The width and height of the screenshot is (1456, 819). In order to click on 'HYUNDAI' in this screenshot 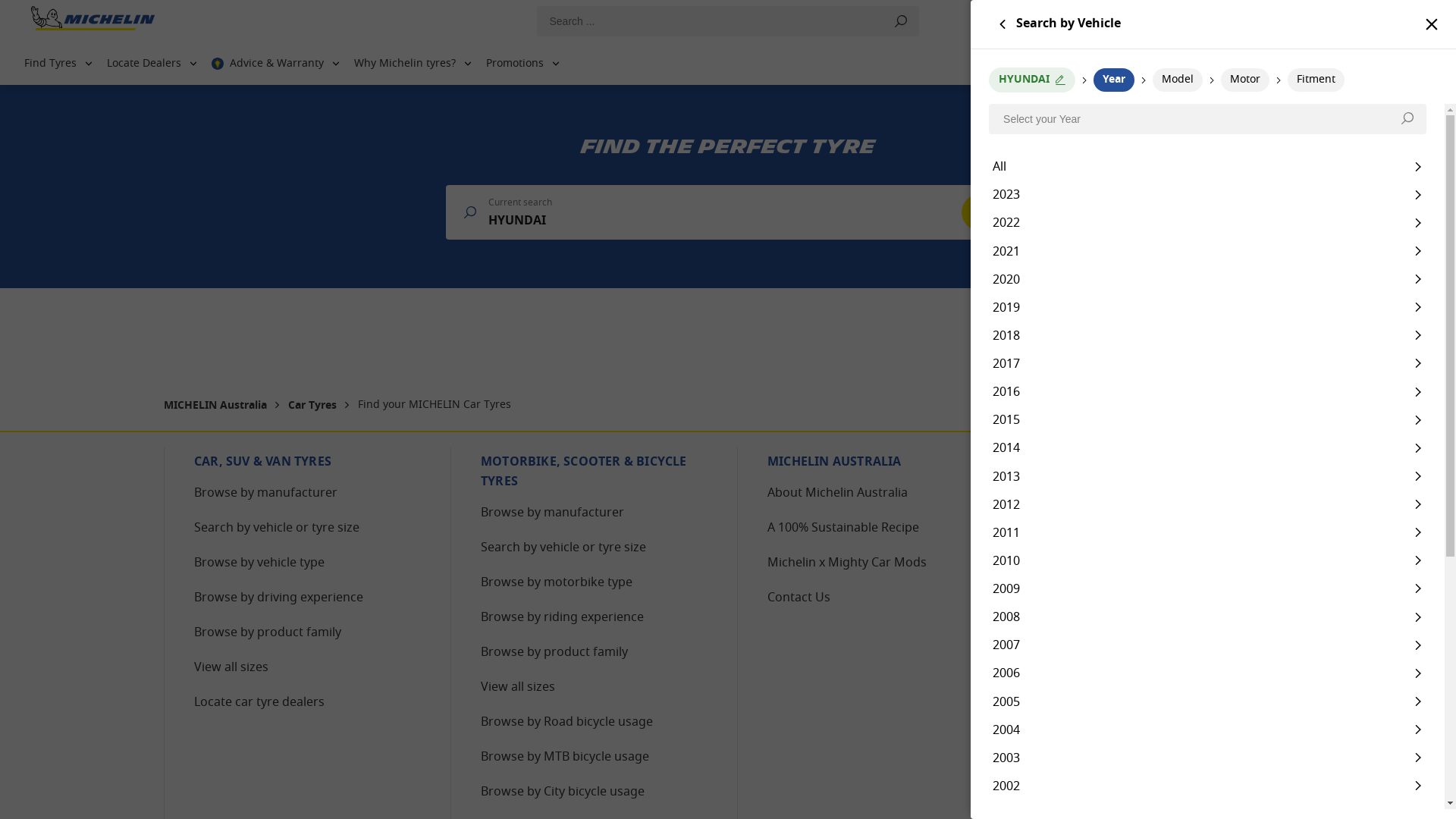, I will do `click(1031, 80)`.